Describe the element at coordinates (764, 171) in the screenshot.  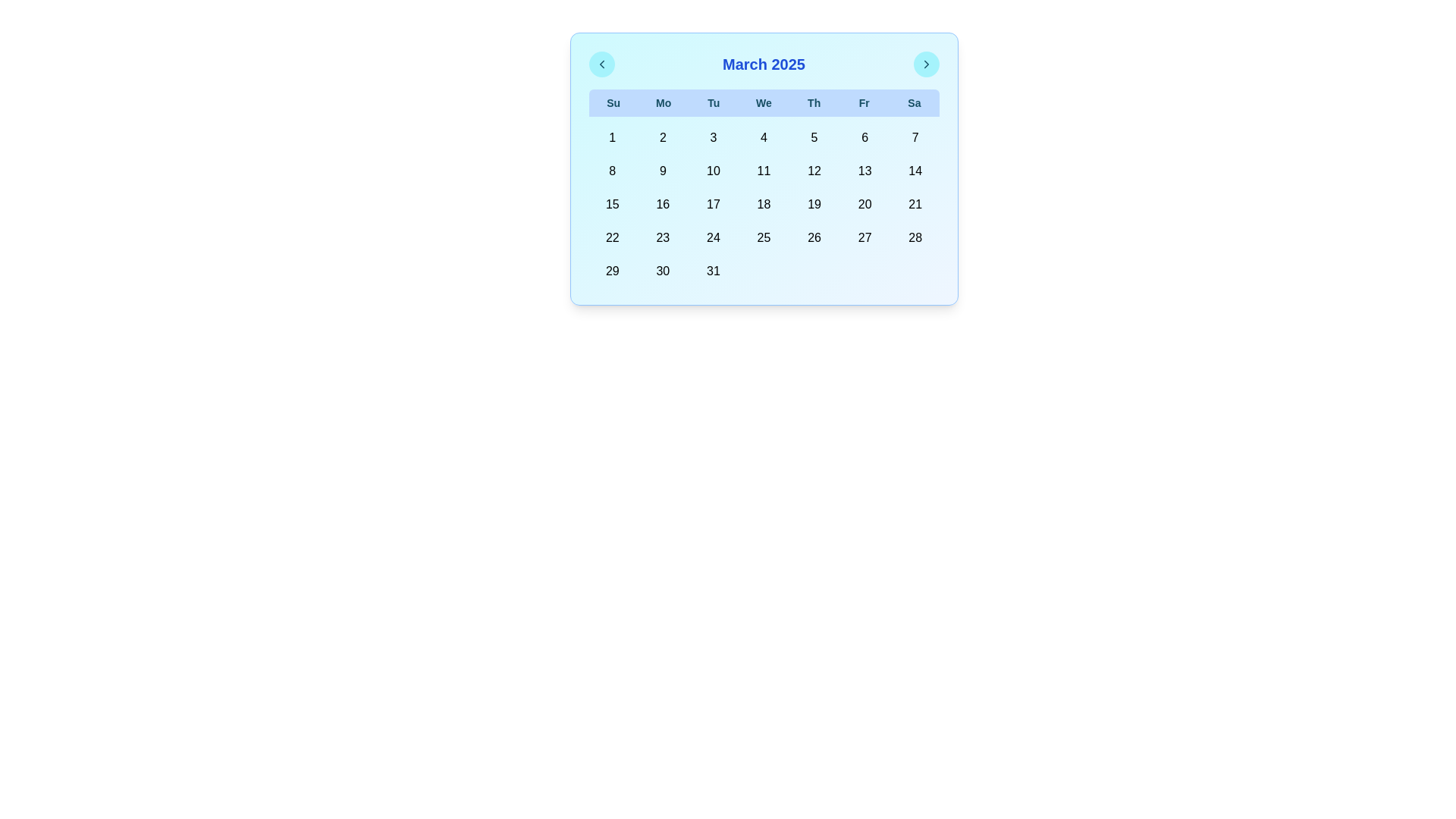
I see `the day selection button representing the date '11' in the calendar interface` at that location.